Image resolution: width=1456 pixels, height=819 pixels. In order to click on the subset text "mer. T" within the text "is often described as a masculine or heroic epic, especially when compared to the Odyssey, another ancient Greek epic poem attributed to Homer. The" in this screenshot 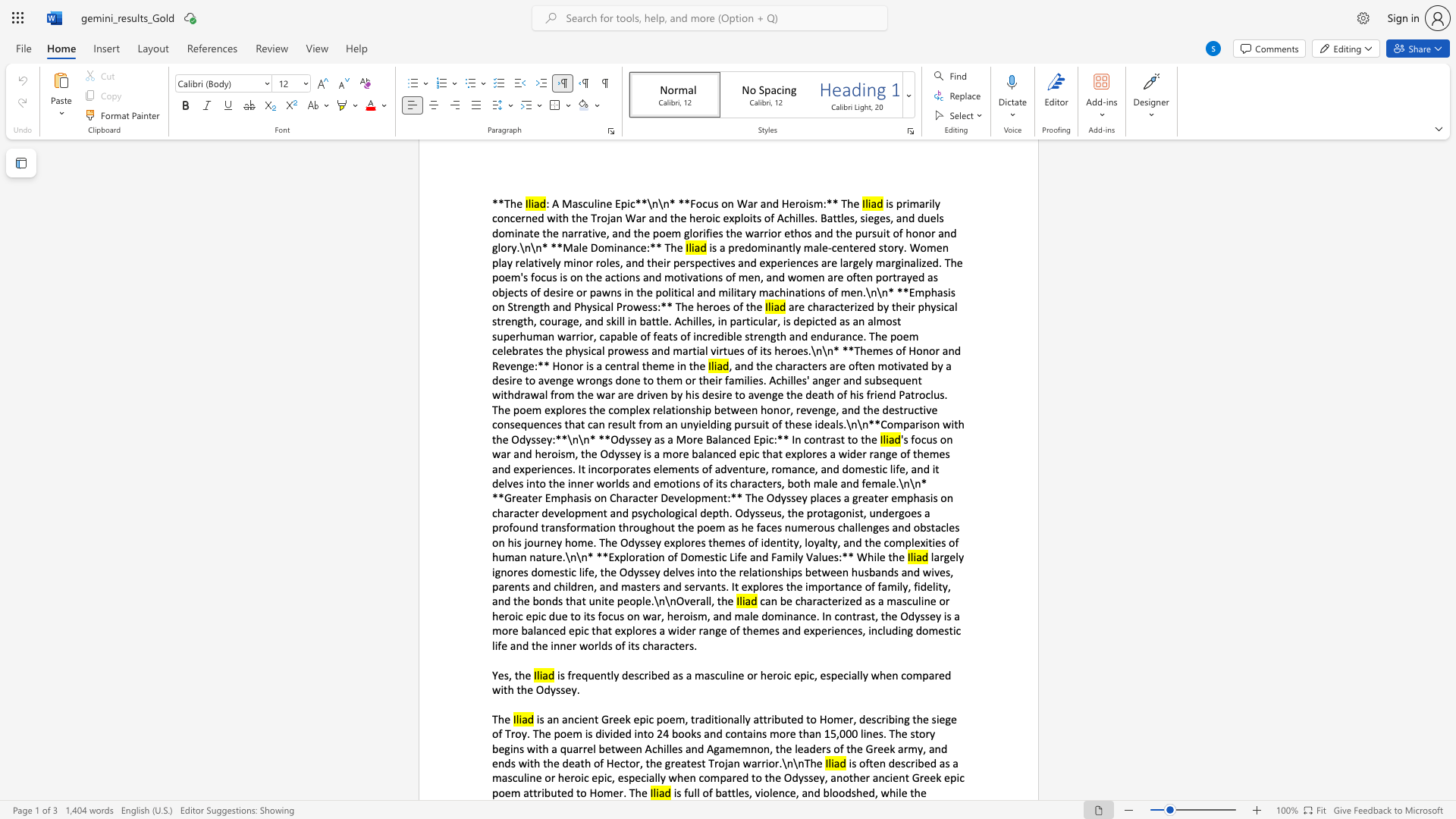, I will do `click(602, 792)`.